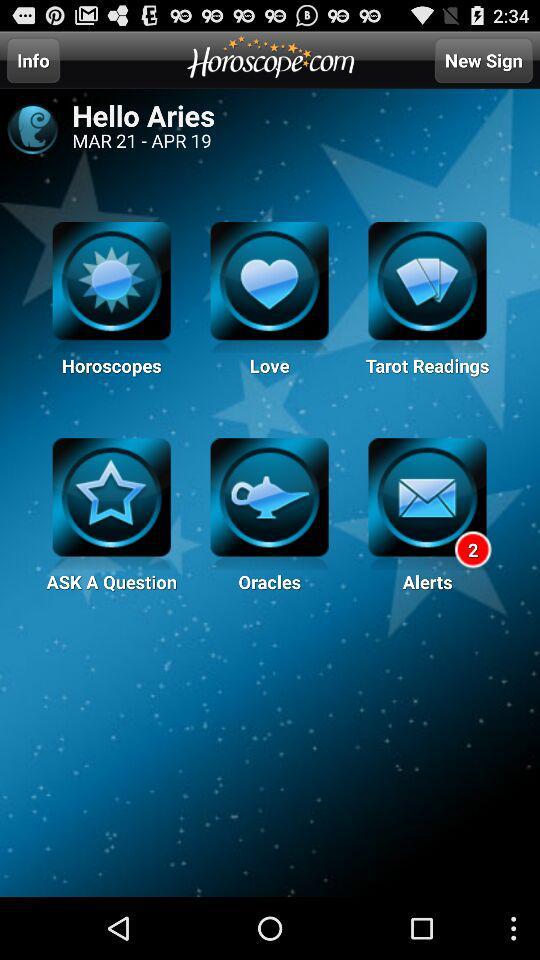 The height and width of the screenshot is (960, 540). I want to click on text message inbox, so click(426, 503).